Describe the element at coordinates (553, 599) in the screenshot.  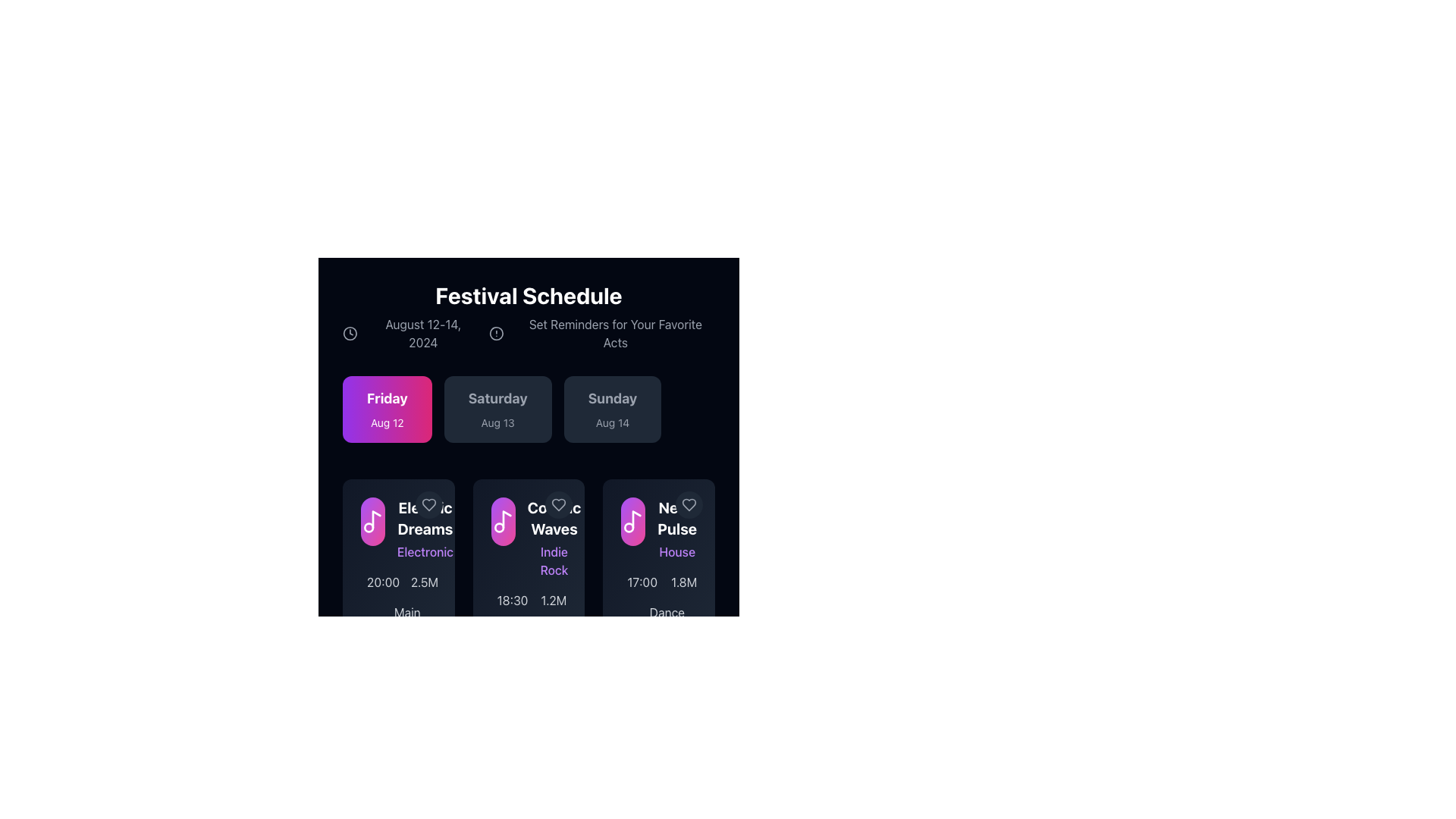
I see `the static text label displaying '1.2M' in gray color, positioned beneath the 'Cosmic Waves' event card and aligned with other text elements` at that location.